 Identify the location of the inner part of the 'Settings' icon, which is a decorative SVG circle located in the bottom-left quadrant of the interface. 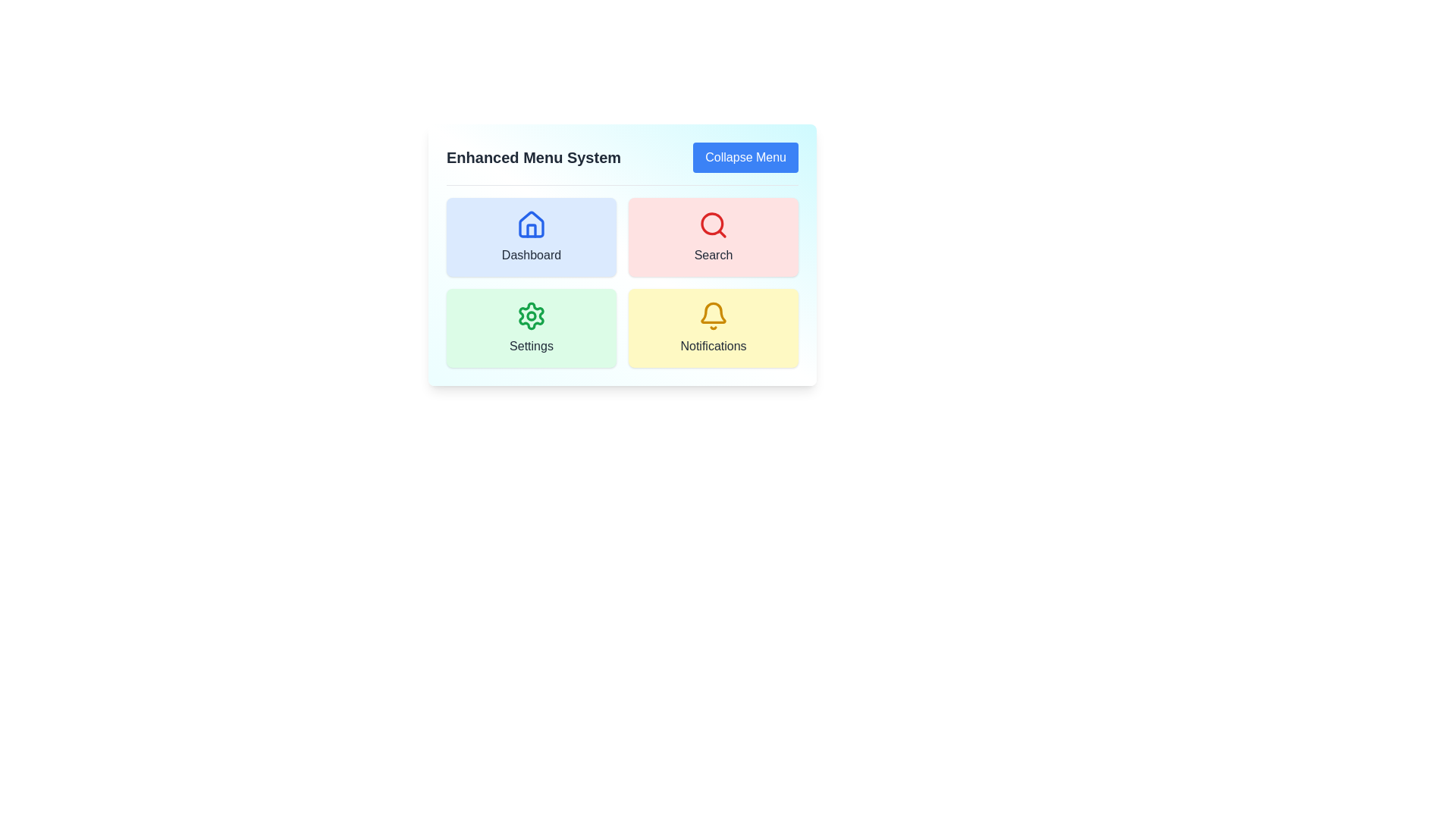
(531, 315).